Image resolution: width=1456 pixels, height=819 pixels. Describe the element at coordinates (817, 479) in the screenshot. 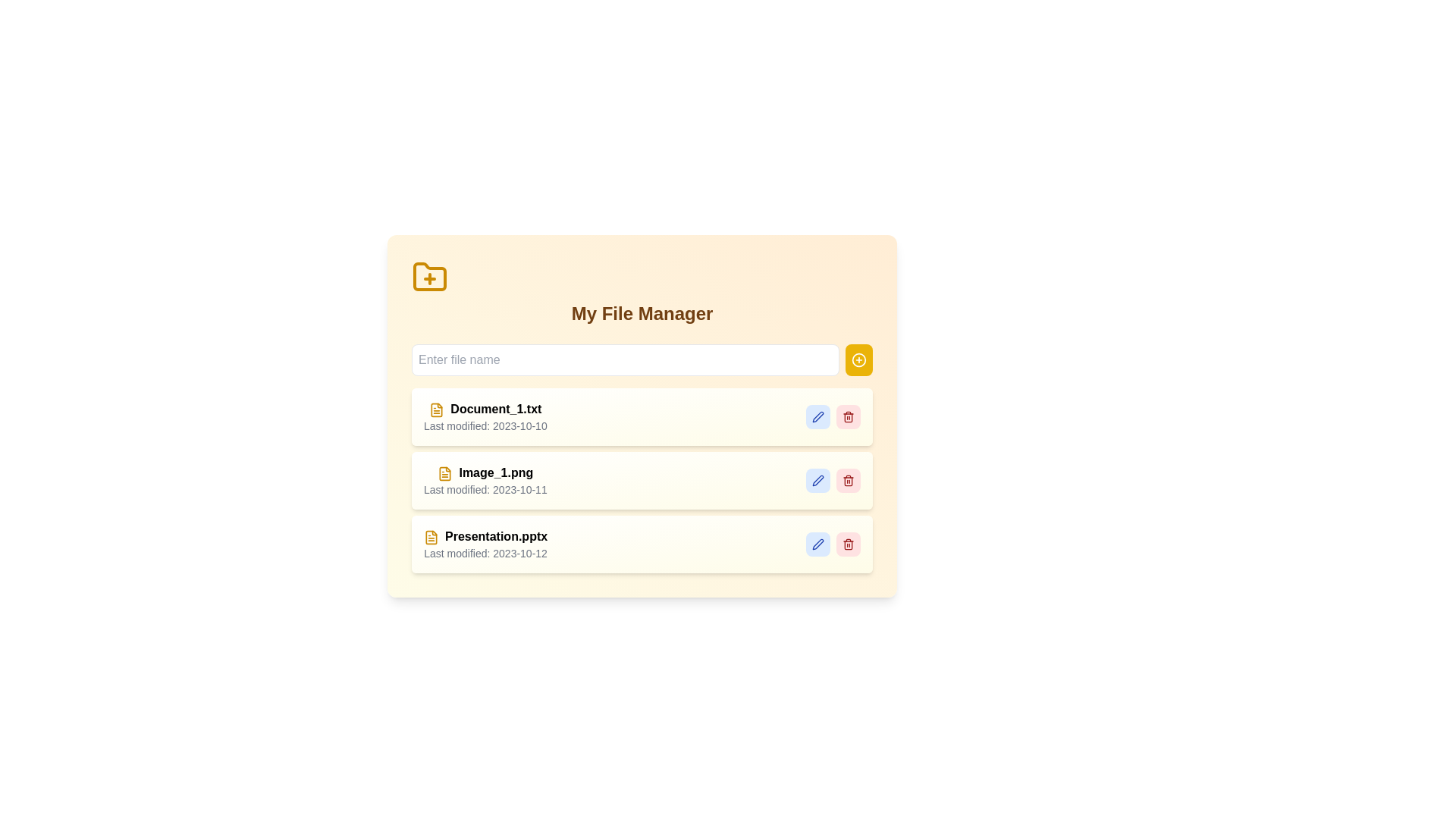

I see `the editing icon located to the right of the file entry labeled 'Image_1.png' to initiate the editing operation` at that location.